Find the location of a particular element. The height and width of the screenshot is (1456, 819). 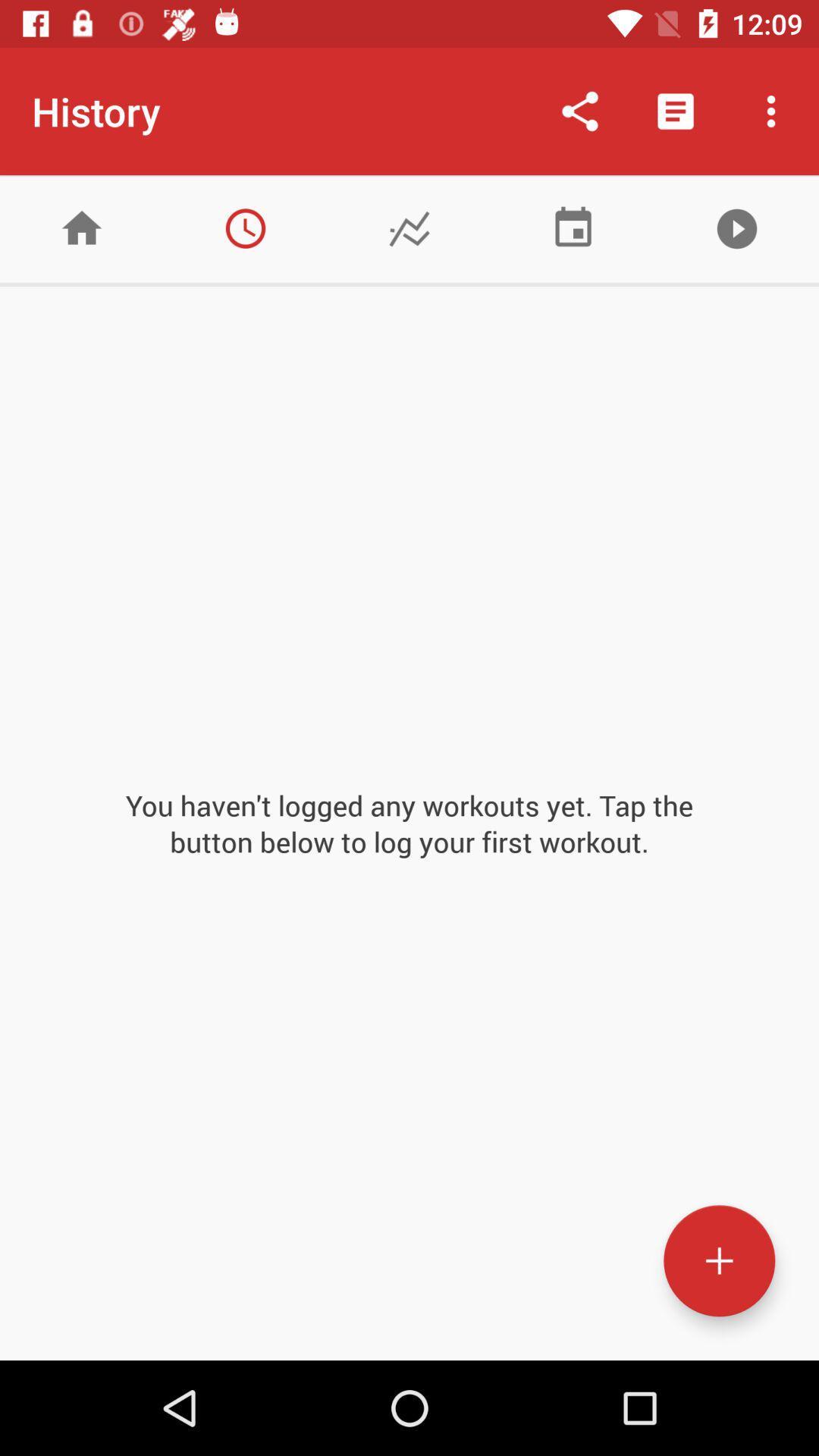

the button is used to view the playlist is located at coordinates (736, 227).